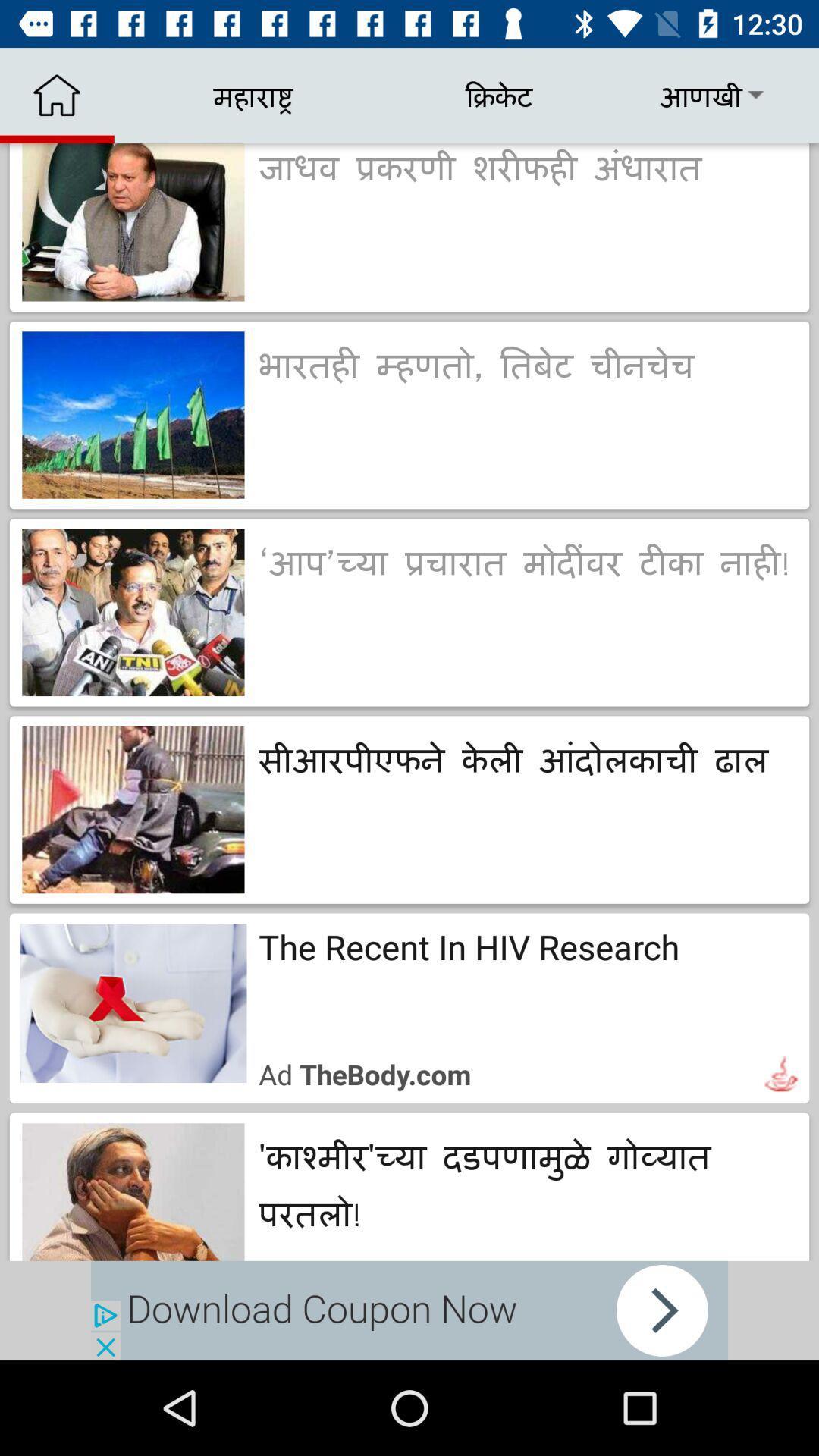  I want to click on opens advertisement, so click(409, 1310).